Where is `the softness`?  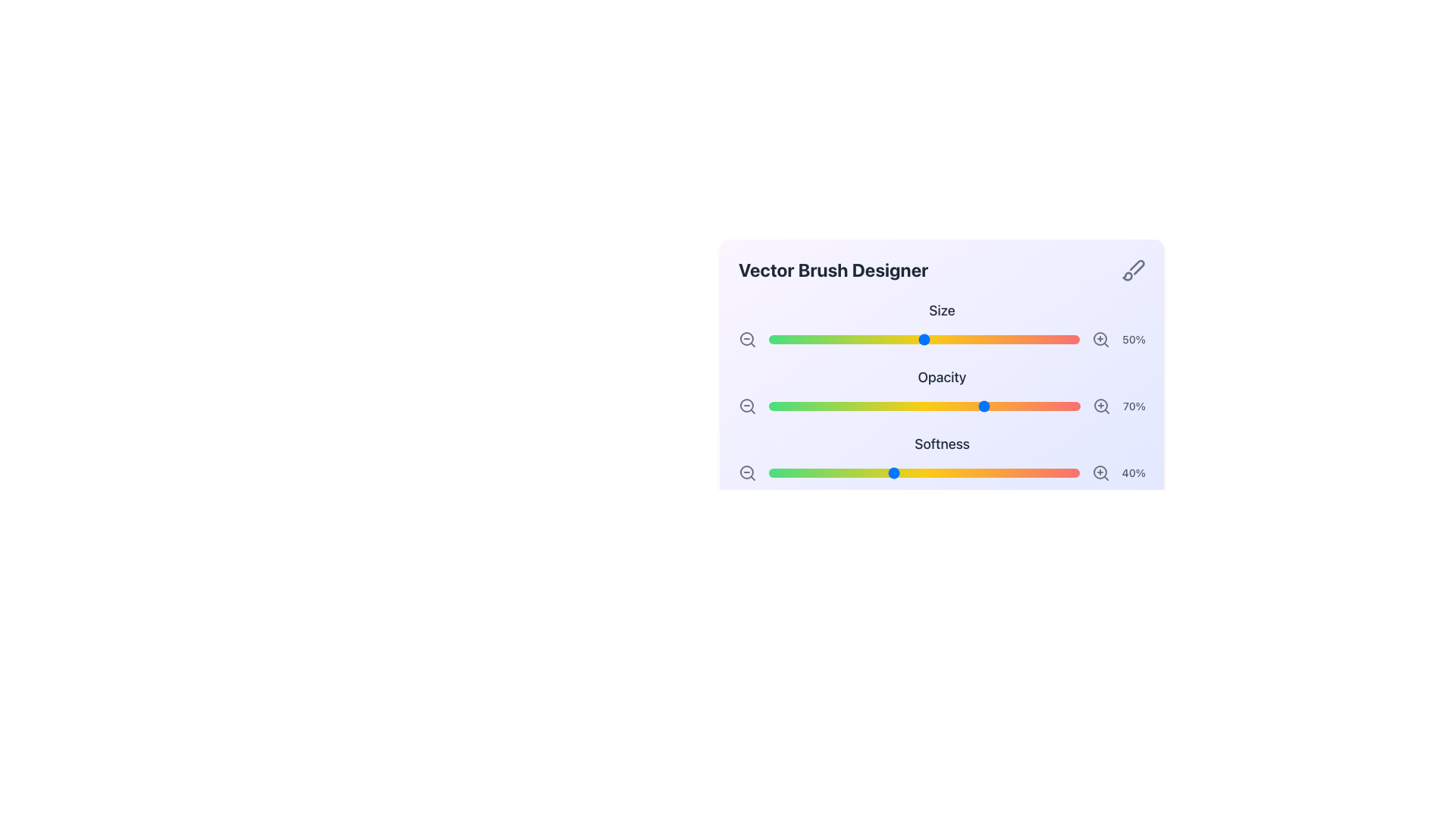
the softness is located at coordinates (938, 472).